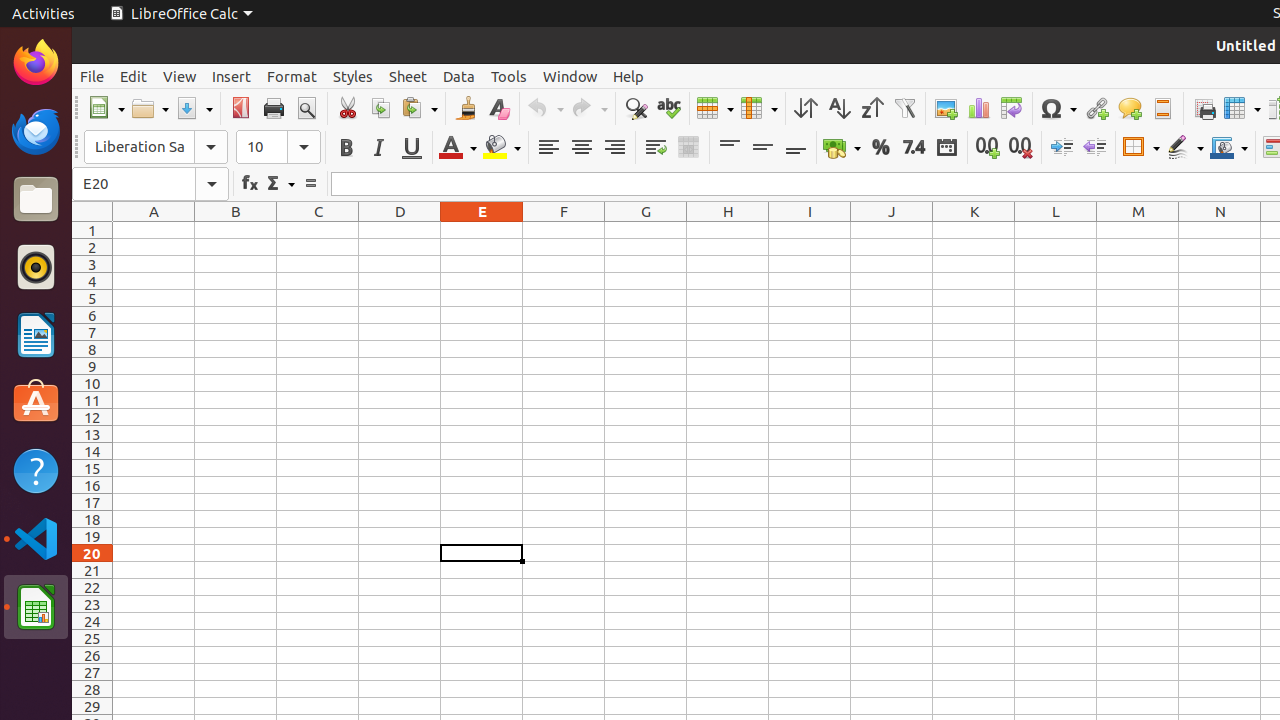 This screenshot has width=1280, height=720. What do you see at coordinates (179, 75) in the screenshot?
I see `'View'` at bounding box center [179, 75].